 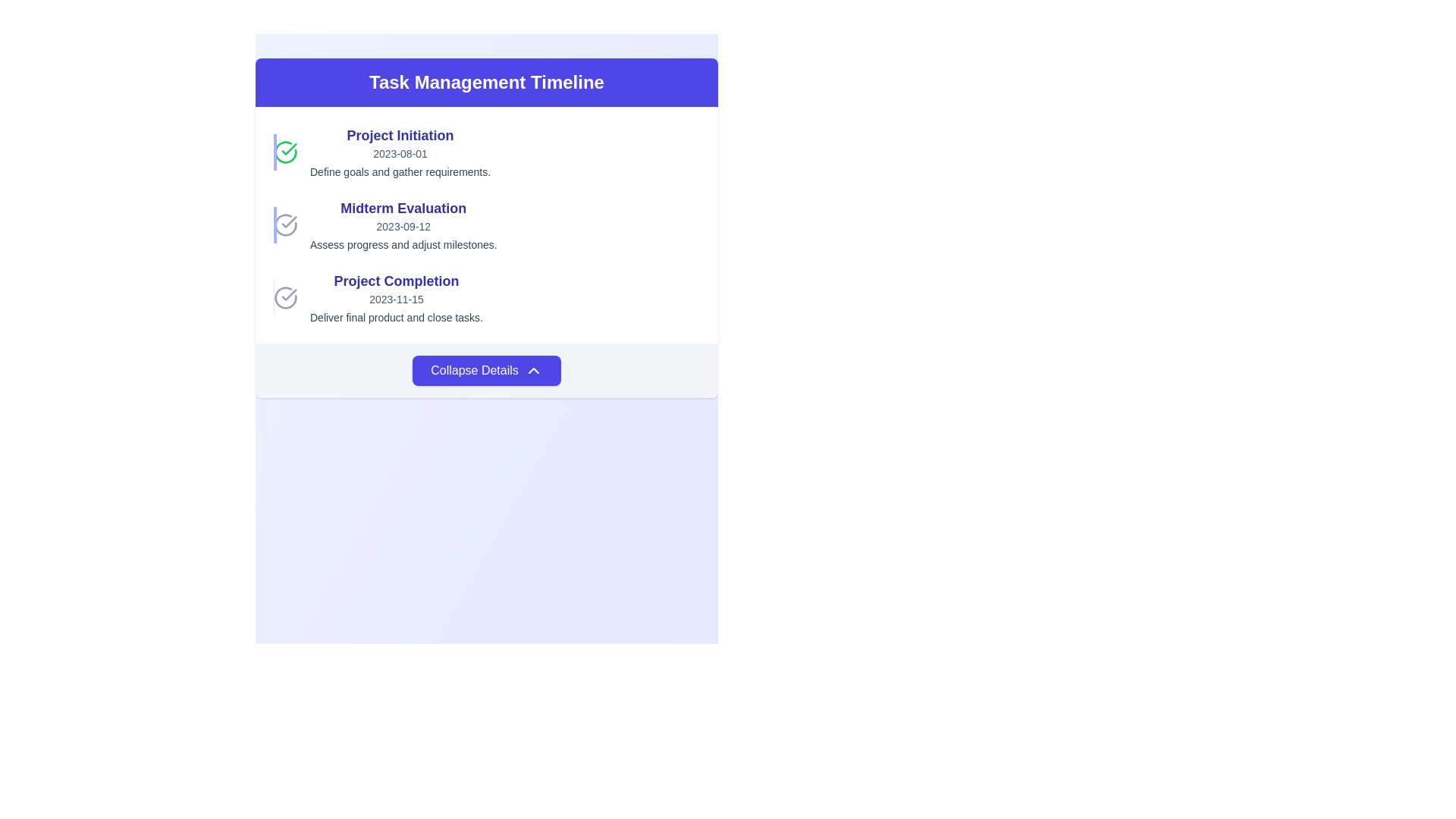 What do you see at coordinates (487, 371) in the screenshot?
I see `the collapsible toggle button located at the bottom of the task management card` at bounding box center [487, 371].